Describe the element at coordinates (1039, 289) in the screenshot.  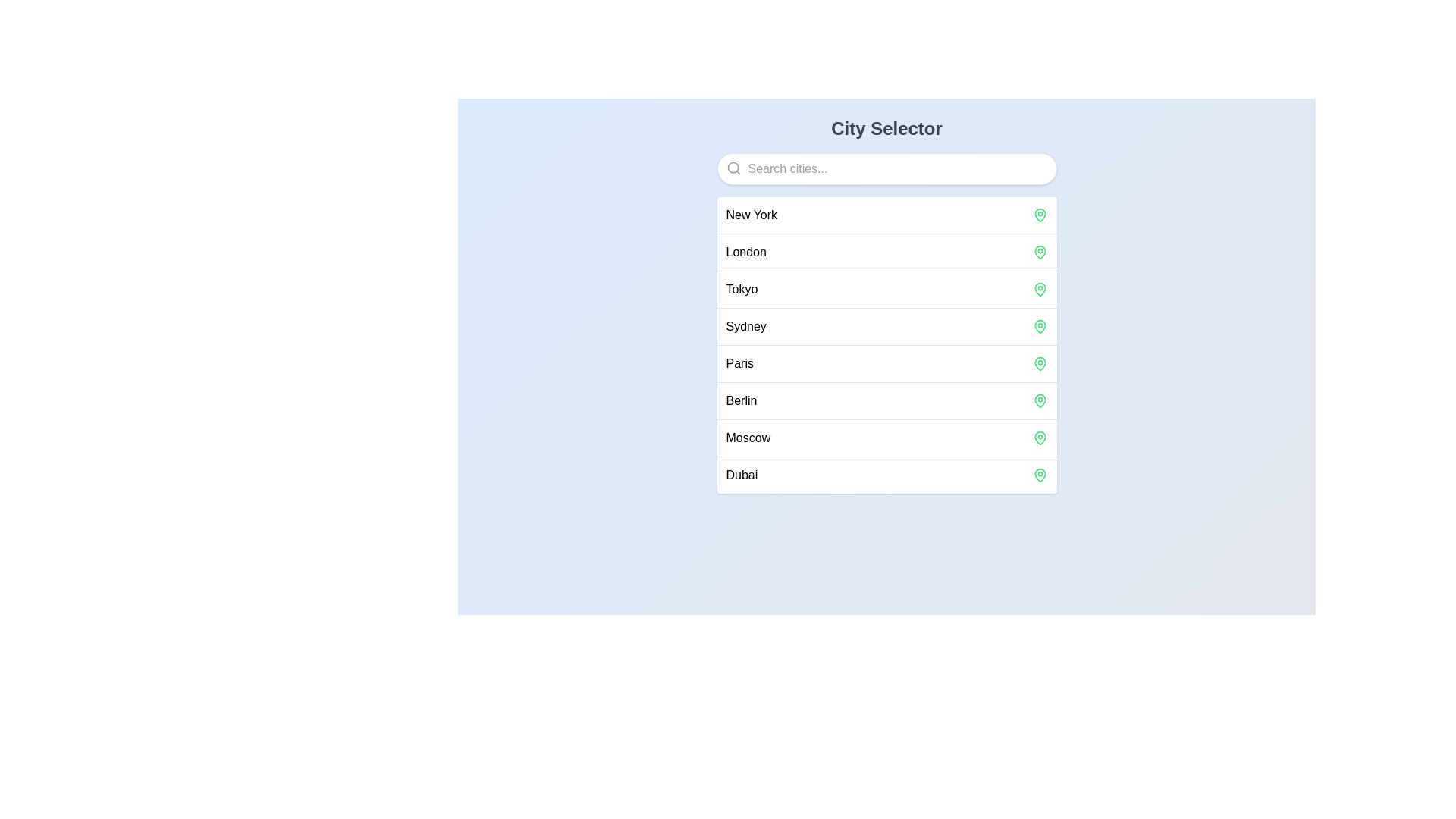
I see `the pin-shaped icon with a green outline and white fill, which is the third icon in the vertical list next to the text 'Tokyo', for context` at that location.